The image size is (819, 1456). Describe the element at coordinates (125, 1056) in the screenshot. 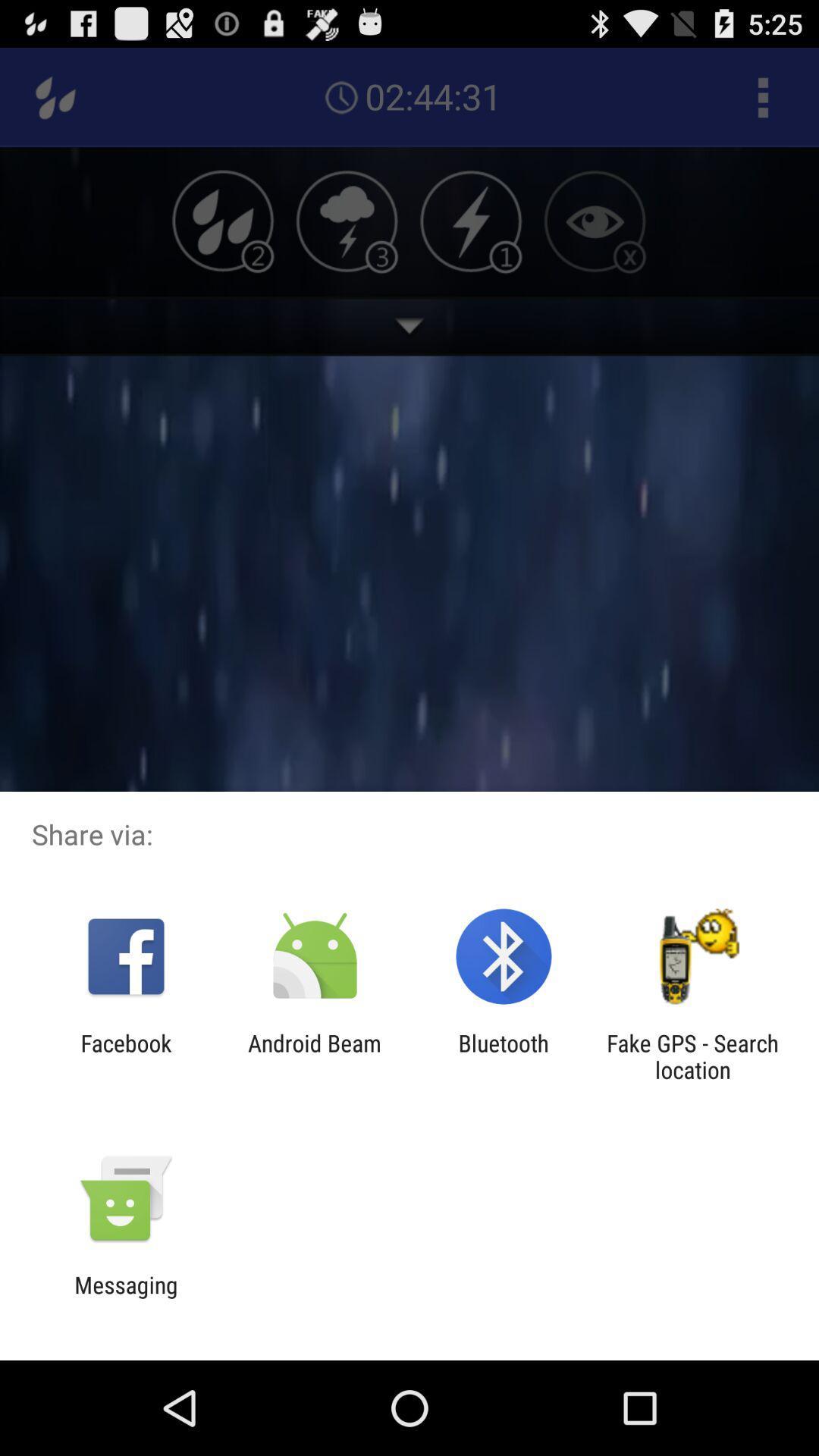

I see `the facebook` at that location.